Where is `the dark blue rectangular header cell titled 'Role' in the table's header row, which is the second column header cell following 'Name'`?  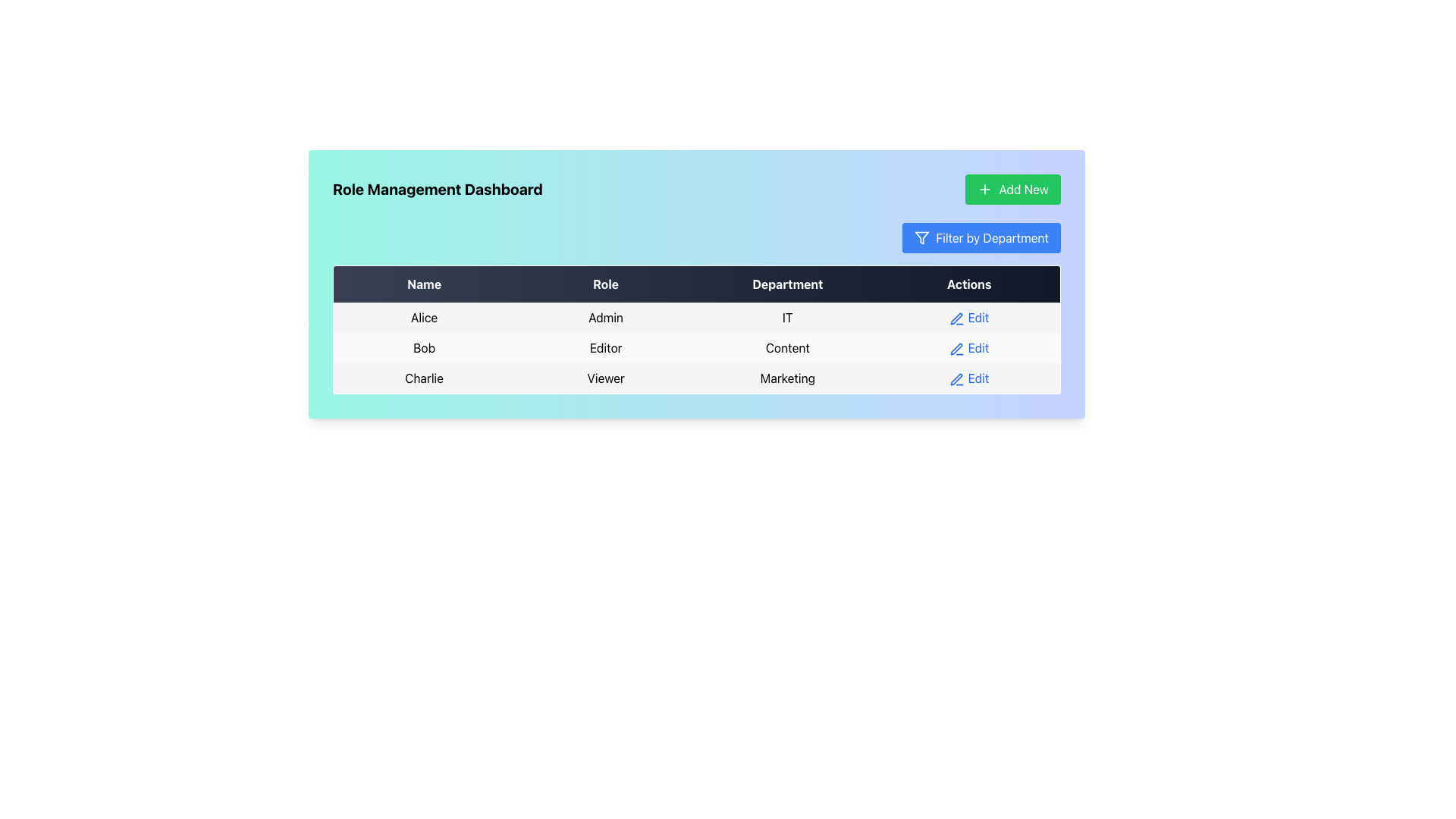
the dark blue rectangular header cell titled 'Role' in the table's header row, which is the second column header cell following 'Name' is located at coordinates (605, 284).